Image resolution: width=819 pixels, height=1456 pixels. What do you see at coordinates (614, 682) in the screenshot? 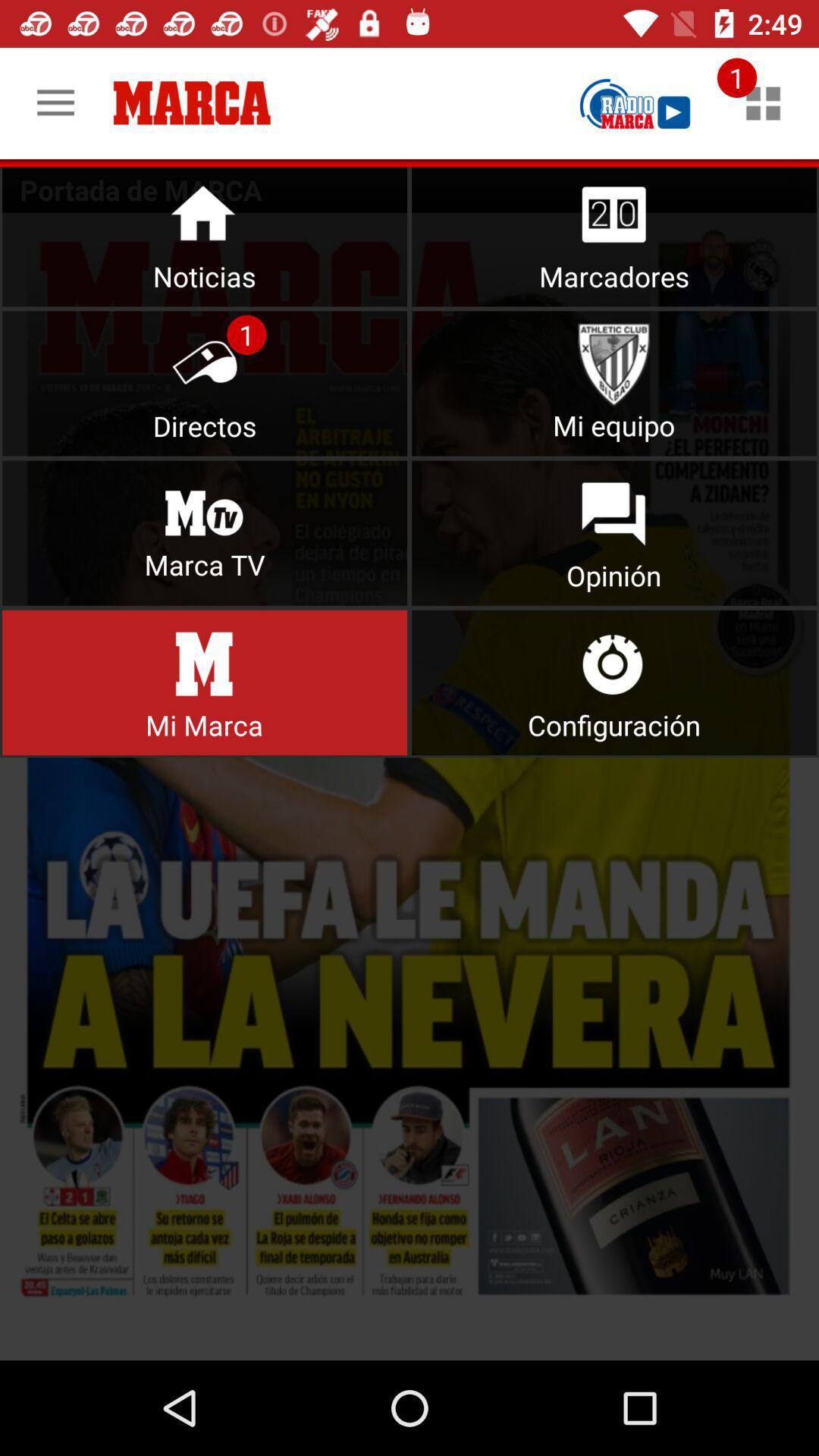
I see `user preferences` at bounding box center [614, 682].